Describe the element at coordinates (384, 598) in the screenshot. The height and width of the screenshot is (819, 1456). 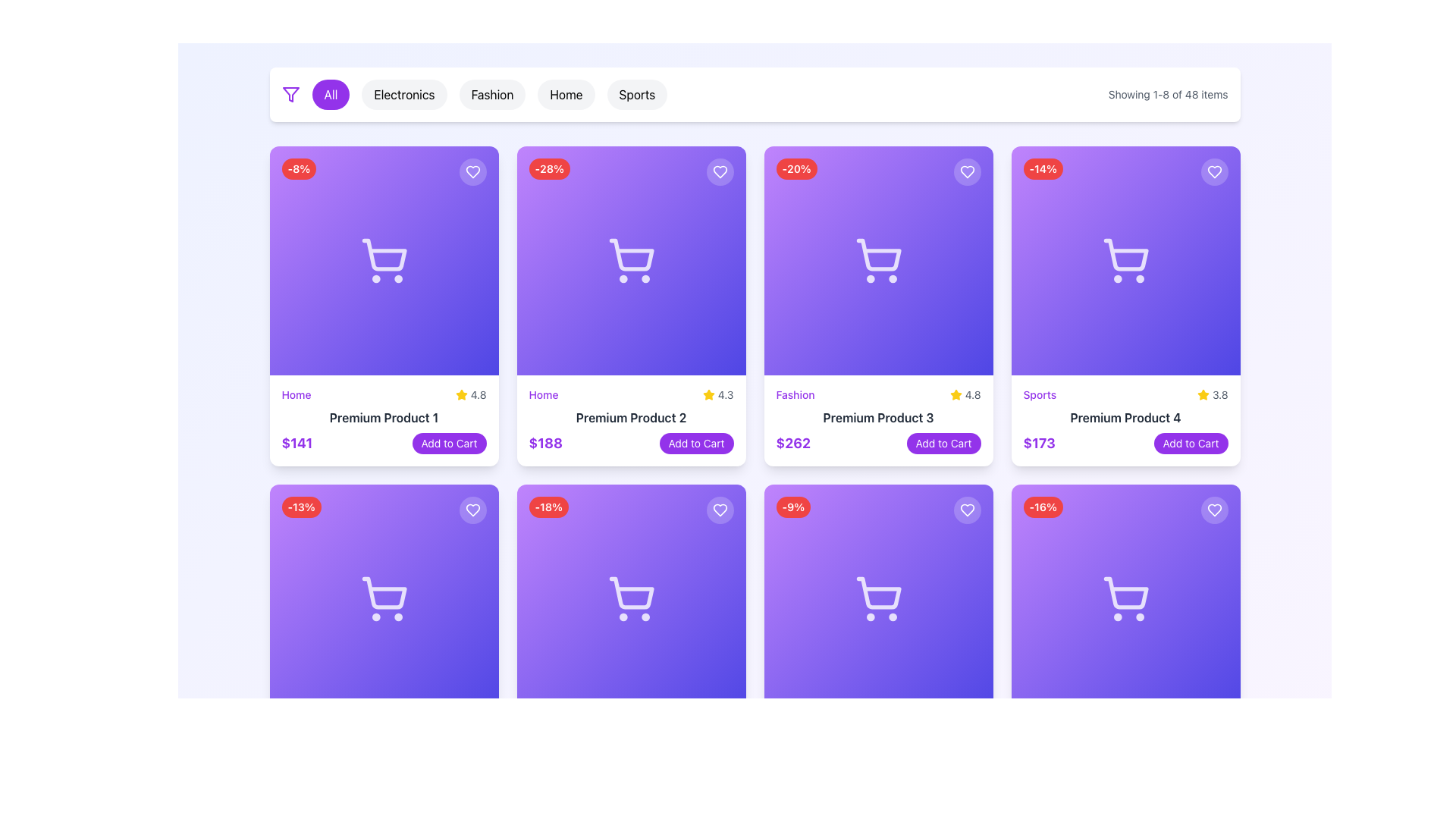
I see `the product graphical card displaying information` at that location.